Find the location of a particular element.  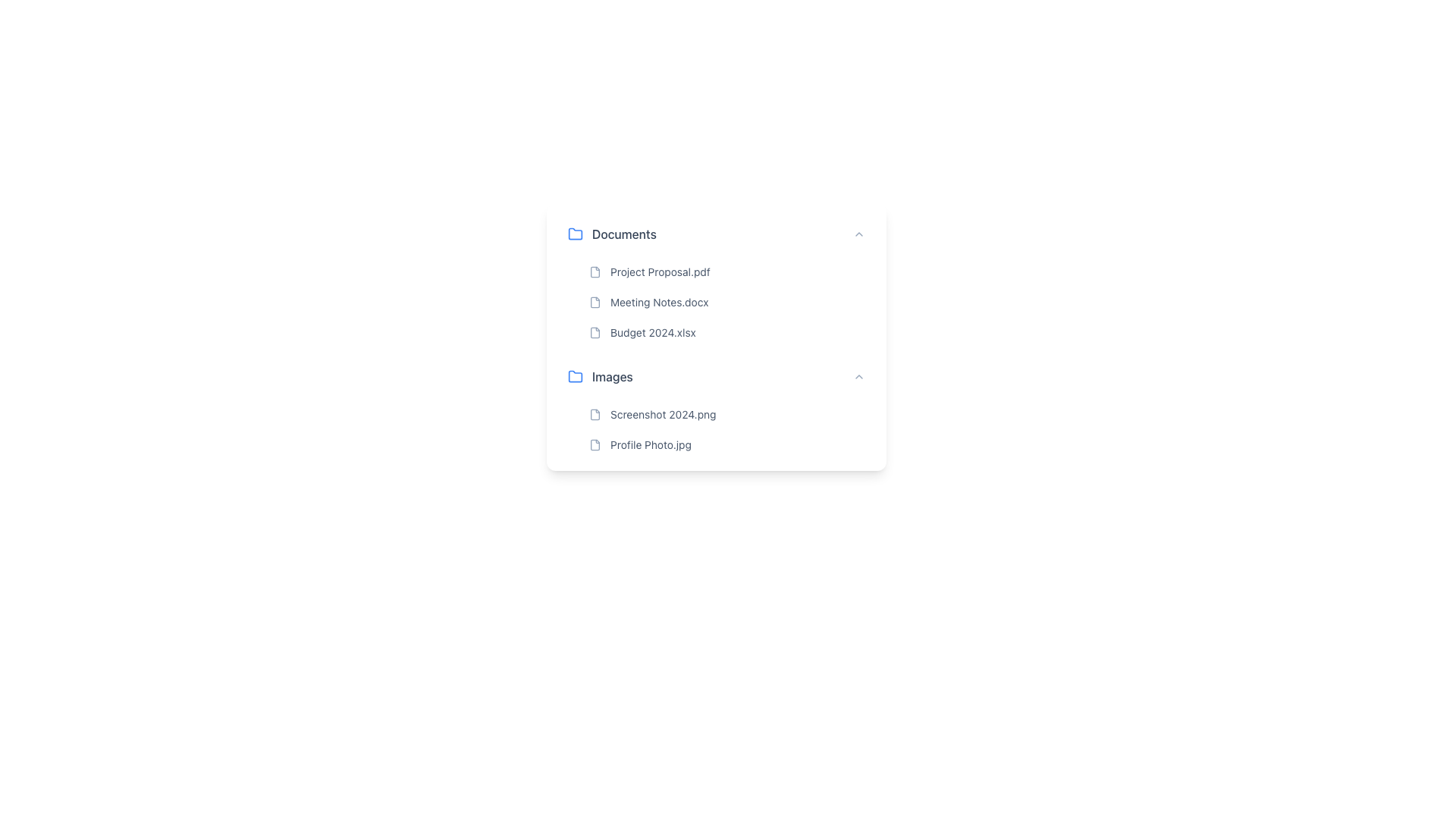

the text label that identifies the 'Images' folder, which is located under the 'Documents' section, between 'Budget 2024.xlsx' and 'Screenshot 2024.png' is located at coordinates (612, 376).